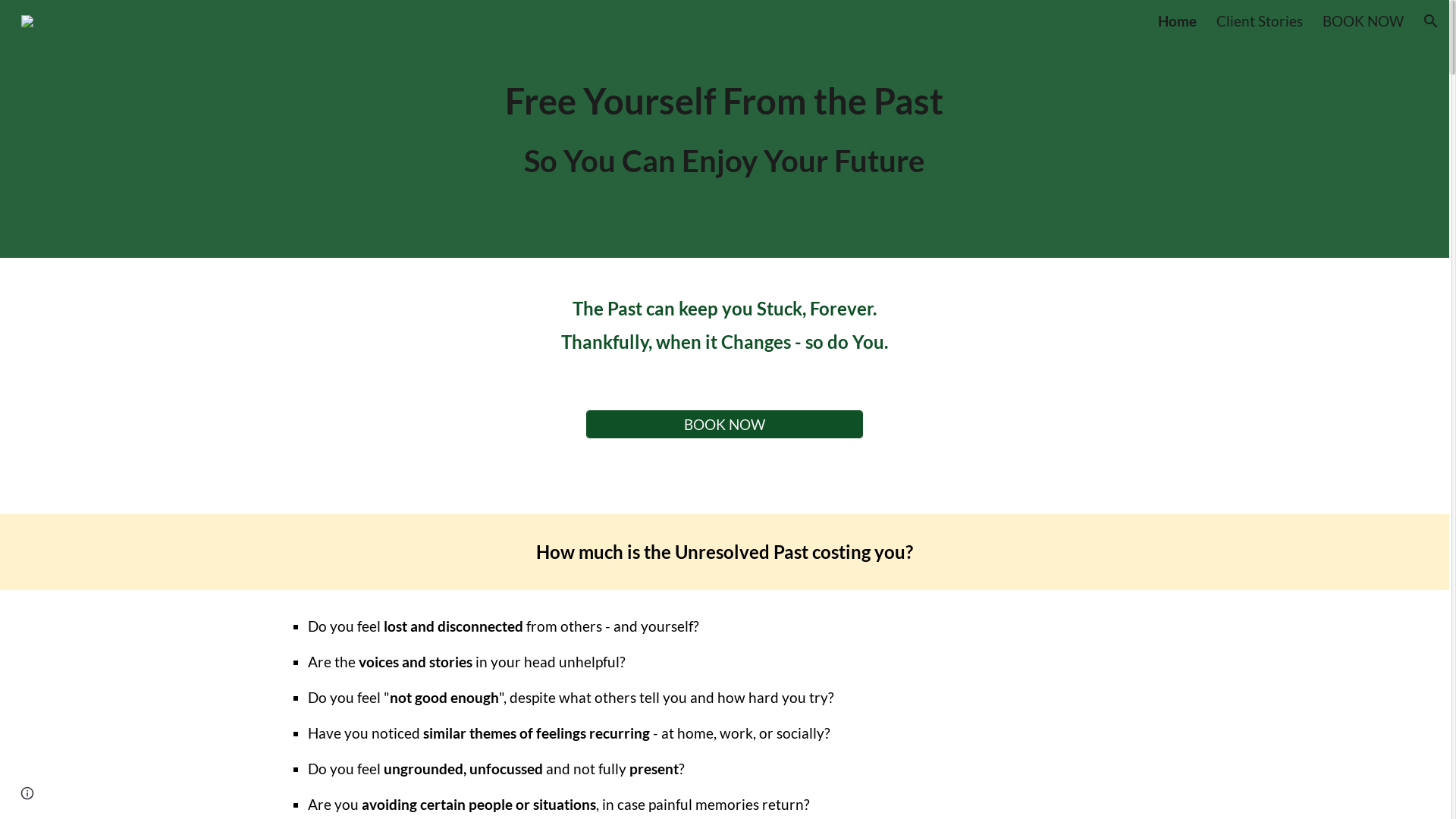 The image size is (1456, 819). Describe the element at coordinates (1216, 20) in the screenshot. I see `'Client Stories'` at that location.